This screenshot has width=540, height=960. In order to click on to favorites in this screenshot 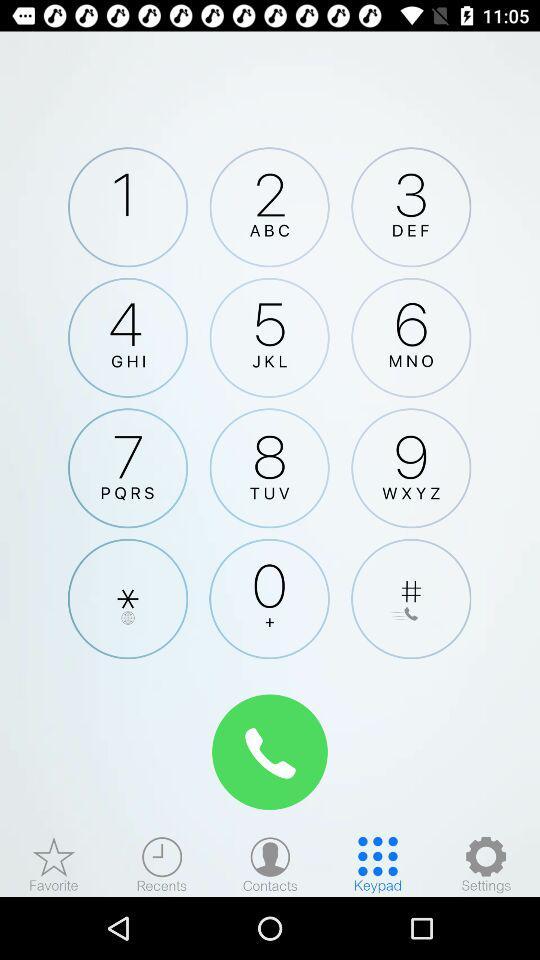, I will do `click(54, 863)`.